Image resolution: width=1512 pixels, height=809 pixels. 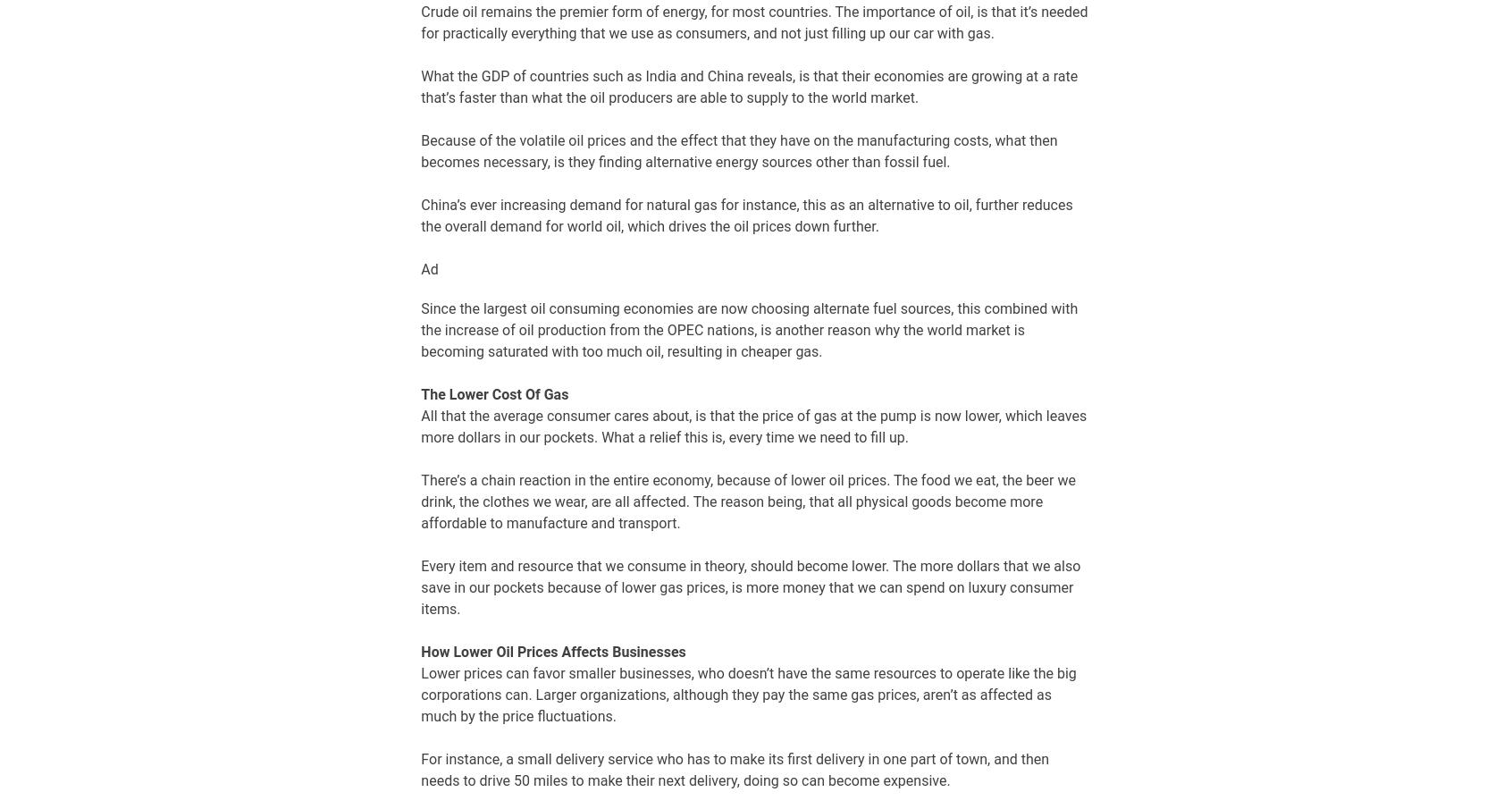 What do you see at coordinates (420, 650) in the screenshot?
I see `'How Lower Oil Prices Affects Businesses'` at bounding box center [420, 650].